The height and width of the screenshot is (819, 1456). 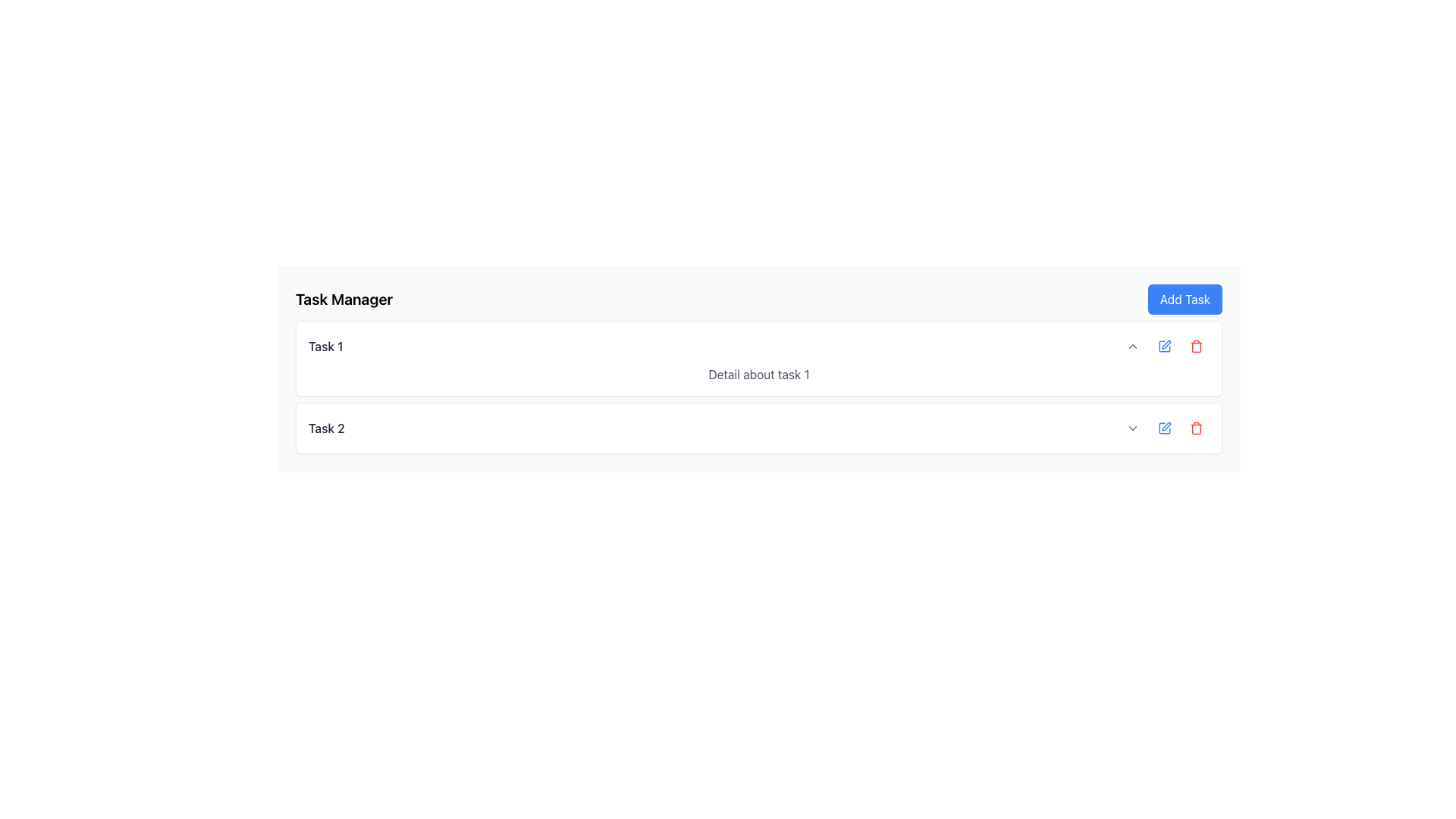 What do you see at coordinates (1196, 346) in the screenshot?
I see `the delete button located to the right of 'Task 1'` at bounding box center [1196, 346].